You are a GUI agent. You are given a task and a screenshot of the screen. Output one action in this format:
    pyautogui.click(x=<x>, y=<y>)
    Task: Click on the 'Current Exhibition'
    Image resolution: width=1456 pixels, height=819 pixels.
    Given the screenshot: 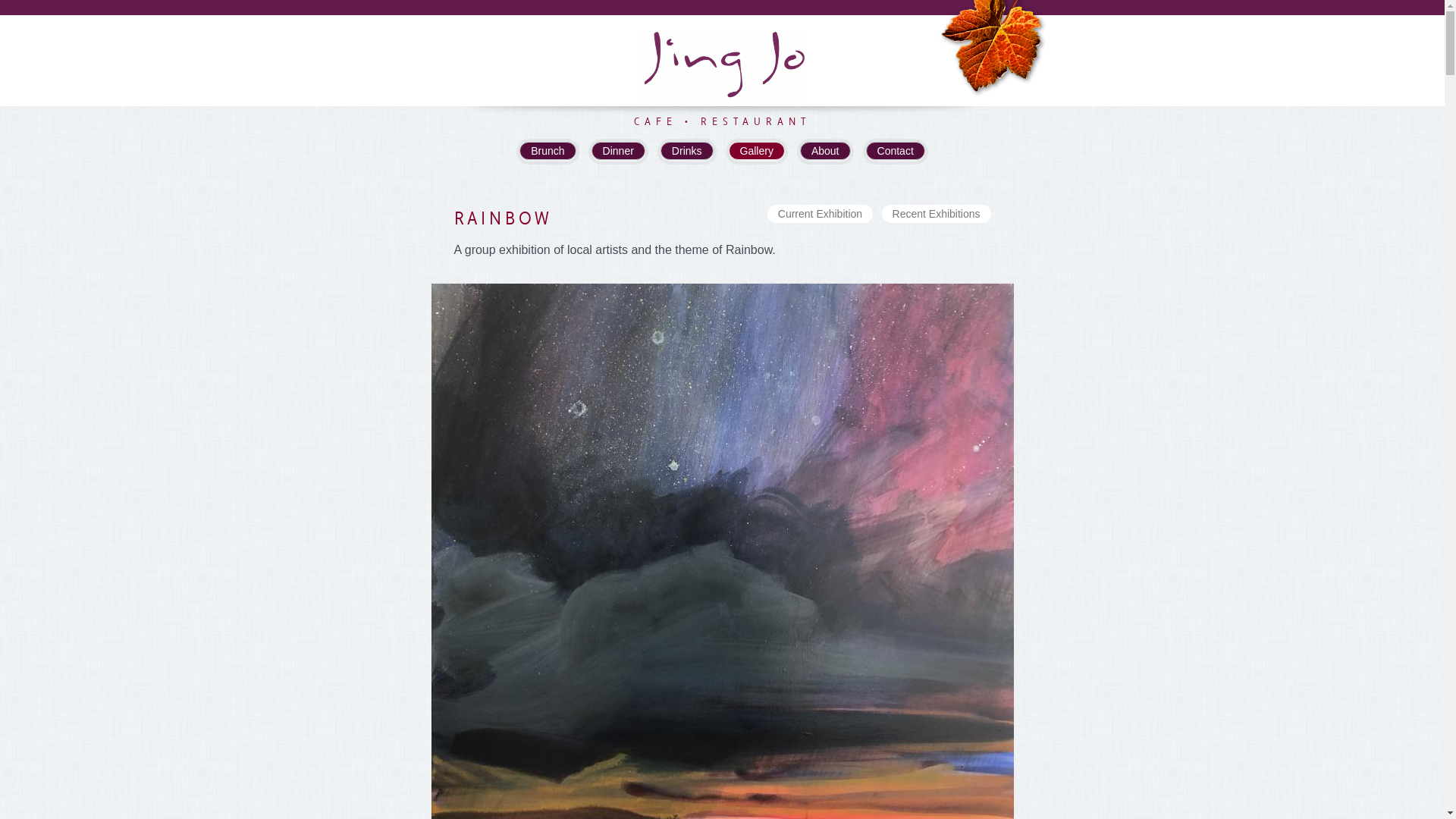 What is the action you would take?
    pyautogui.click(x=767, y=213)
    